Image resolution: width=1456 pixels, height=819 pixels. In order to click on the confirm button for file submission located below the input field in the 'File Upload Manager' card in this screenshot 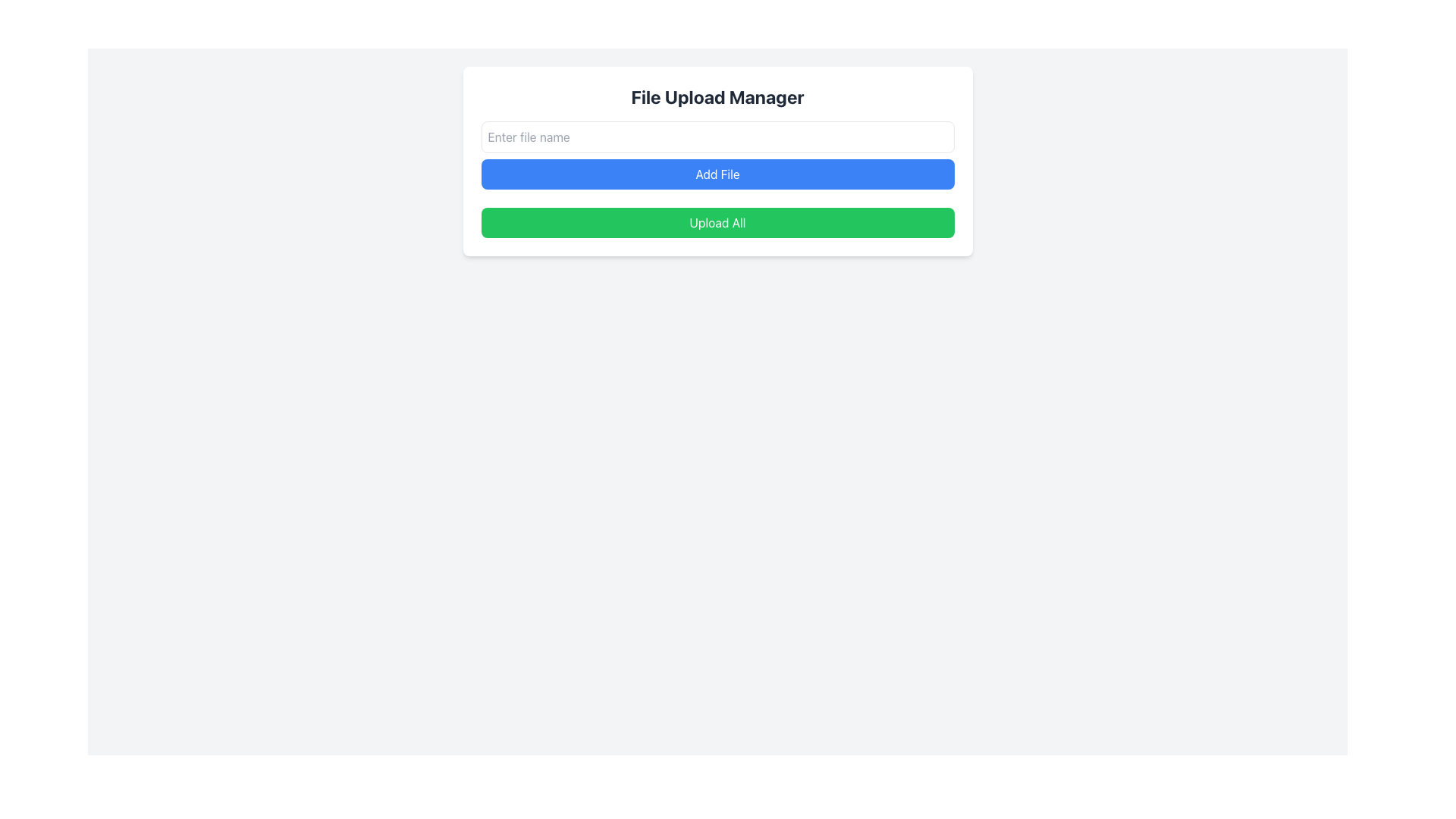, I will do `click(717, 155)`.